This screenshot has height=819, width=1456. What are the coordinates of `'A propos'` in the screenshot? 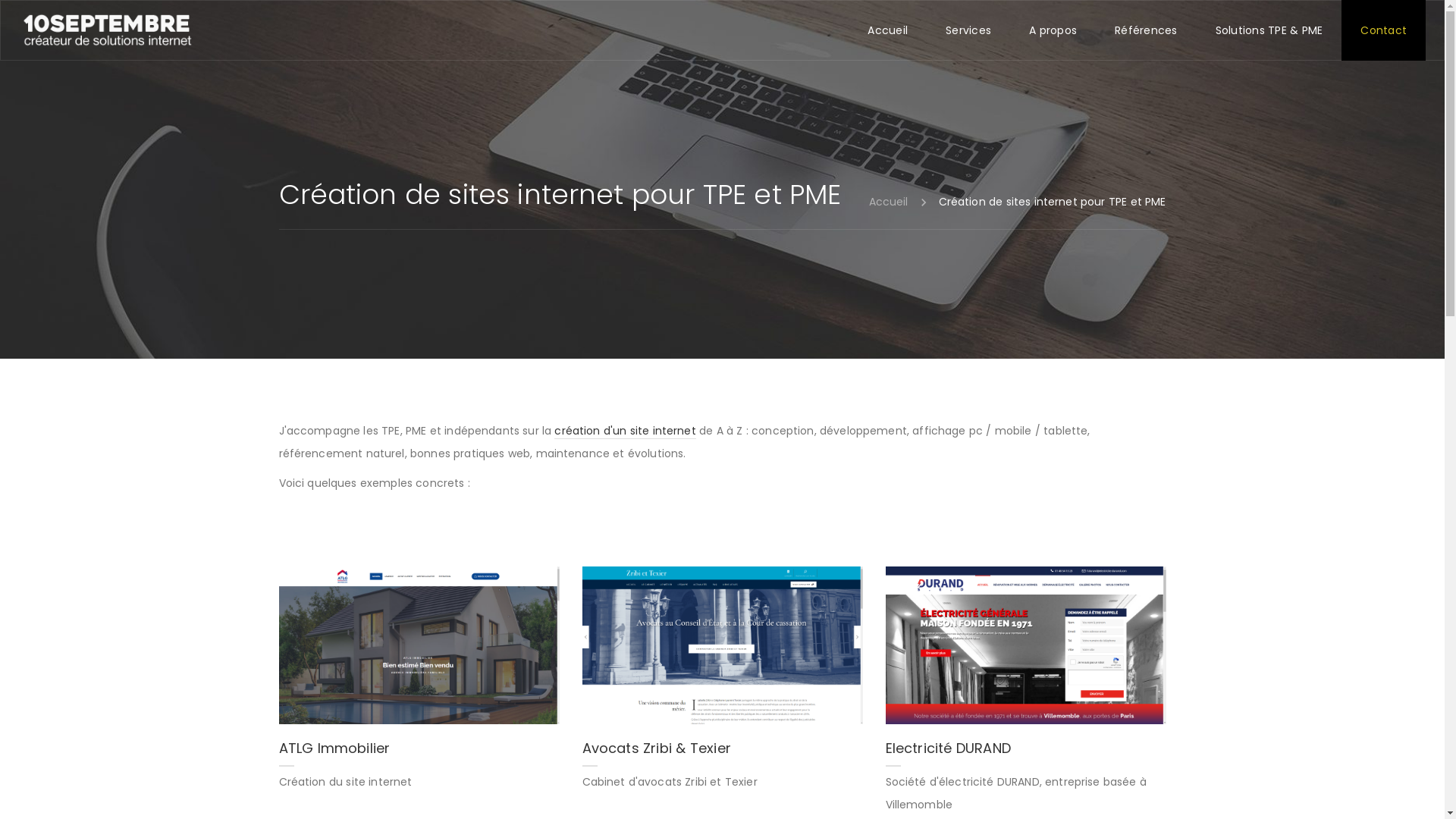 It's located at (1052, 30).